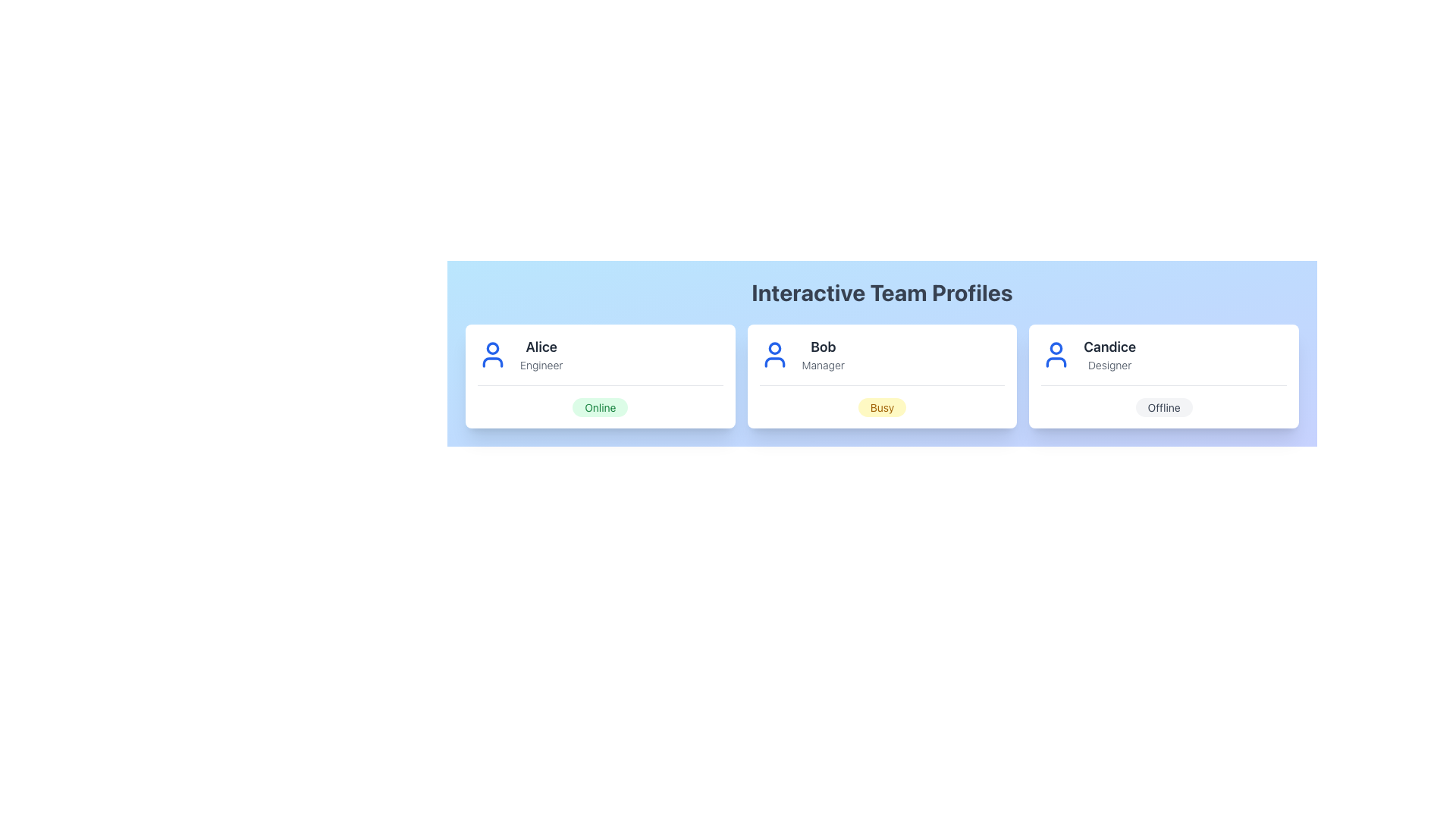 This screenshot has width=1456, height=819. What do you see at coordinates (599, 406) in the screenshot?
I see `the 'Online' status label indicating Alice's current status within her profile card in the 'Interactive Team Profiles' section` at bounding box center [599, 406].